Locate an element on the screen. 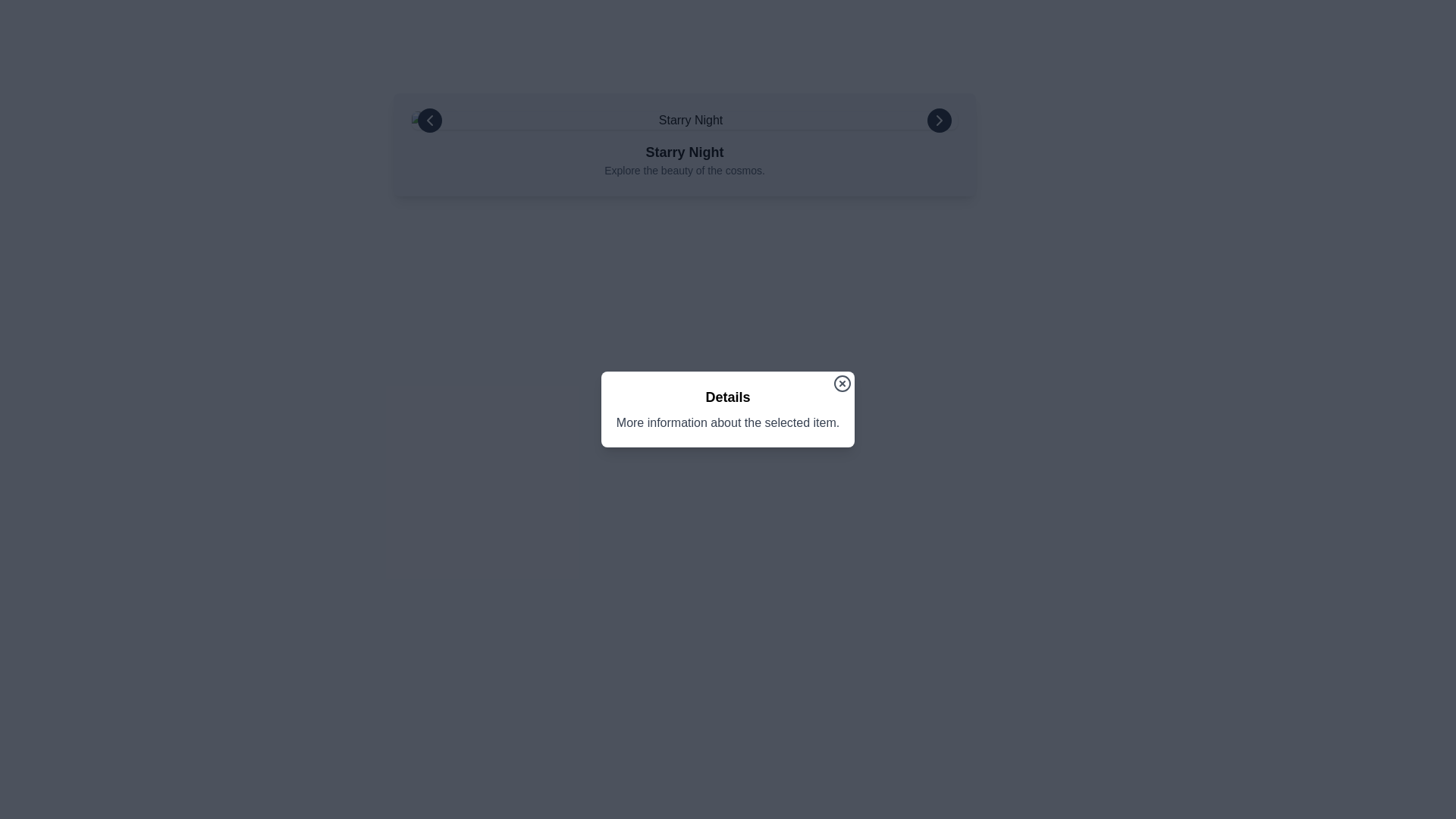  the close button located in the top-right corner of the modal window is located at coordinates (842, 382).